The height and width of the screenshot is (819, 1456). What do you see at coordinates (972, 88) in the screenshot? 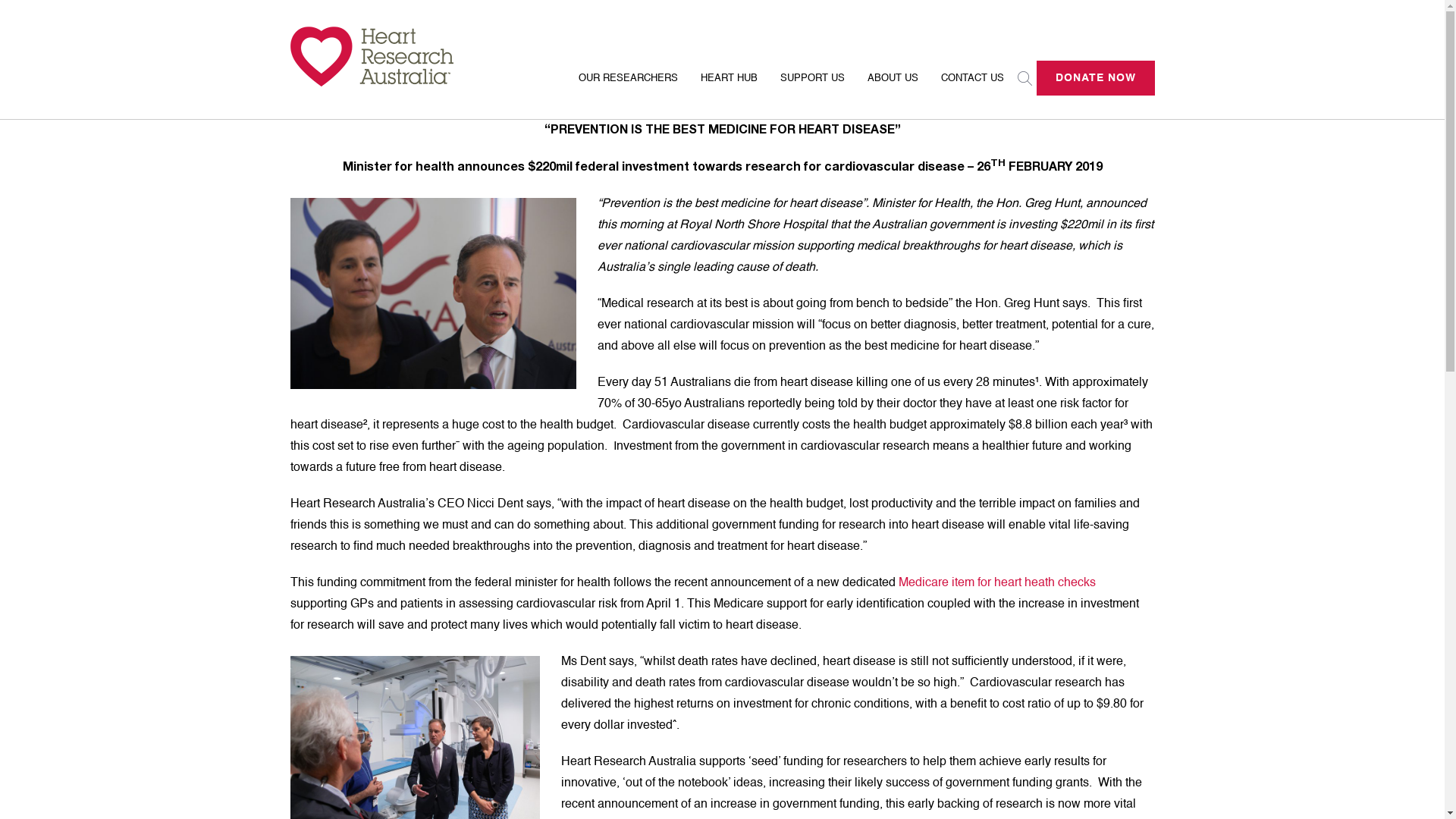
I see `'CONTACT US'` at bounding box center [972, 88].